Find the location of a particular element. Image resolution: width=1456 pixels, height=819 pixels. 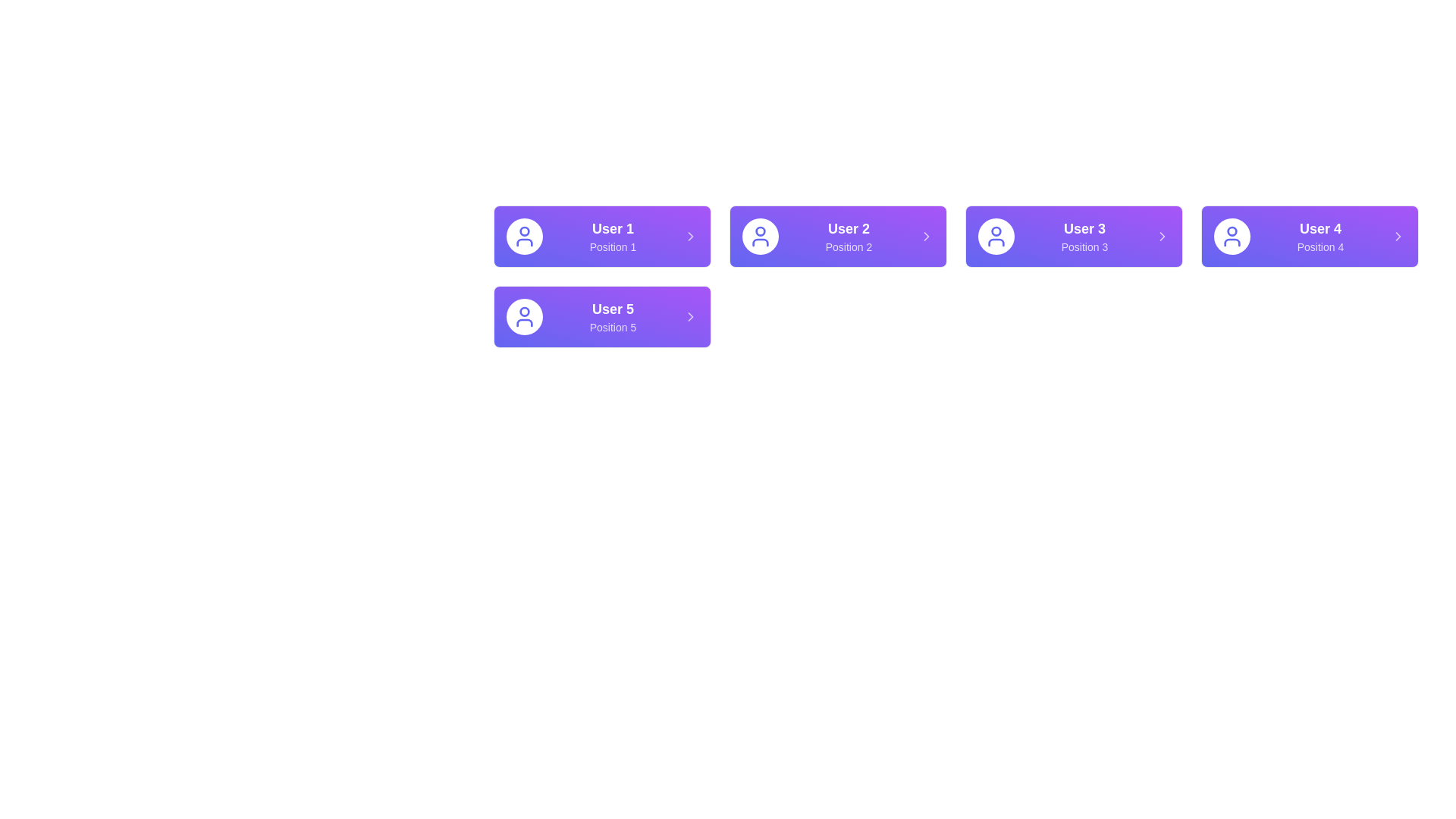

displayed text of the 'User 5' label located in the second card of the second row in the grid layout is located at coordinates (613, 309).